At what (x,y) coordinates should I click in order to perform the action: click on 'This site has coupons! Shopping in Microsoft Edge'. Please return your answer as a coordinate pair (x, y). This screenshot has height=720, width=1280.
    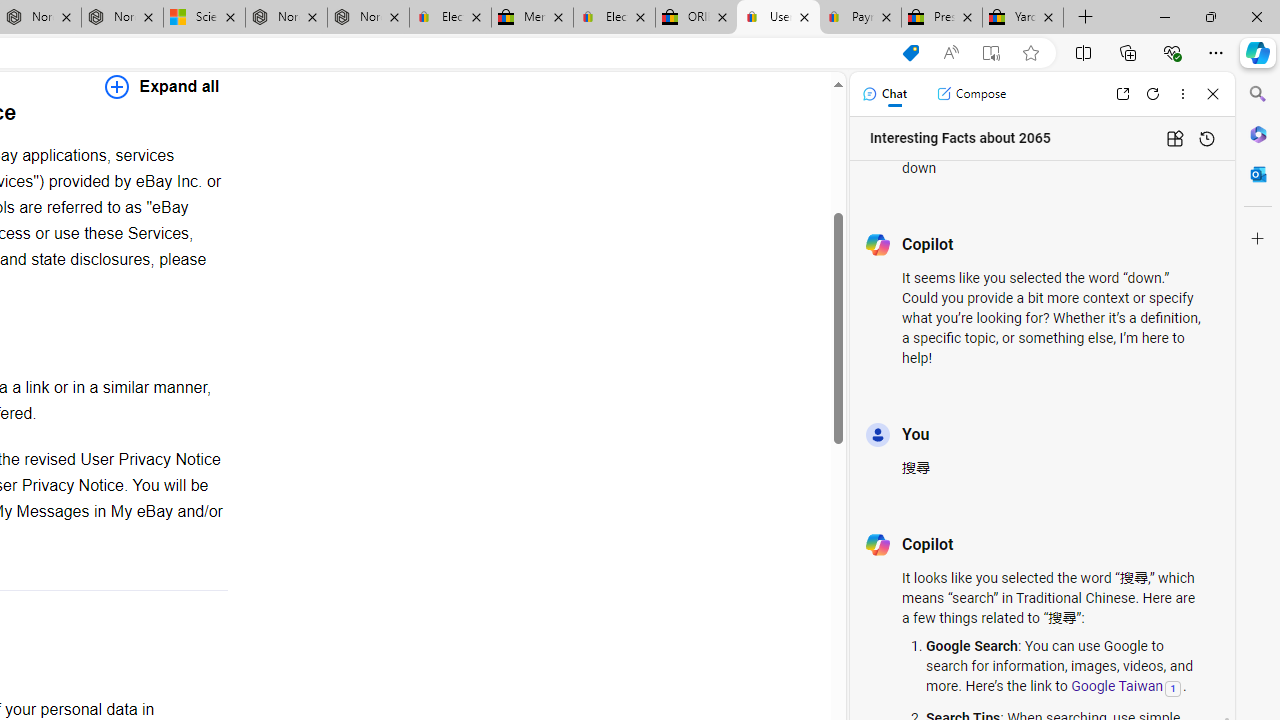
    Looking at the image, I should click on (909, 52).